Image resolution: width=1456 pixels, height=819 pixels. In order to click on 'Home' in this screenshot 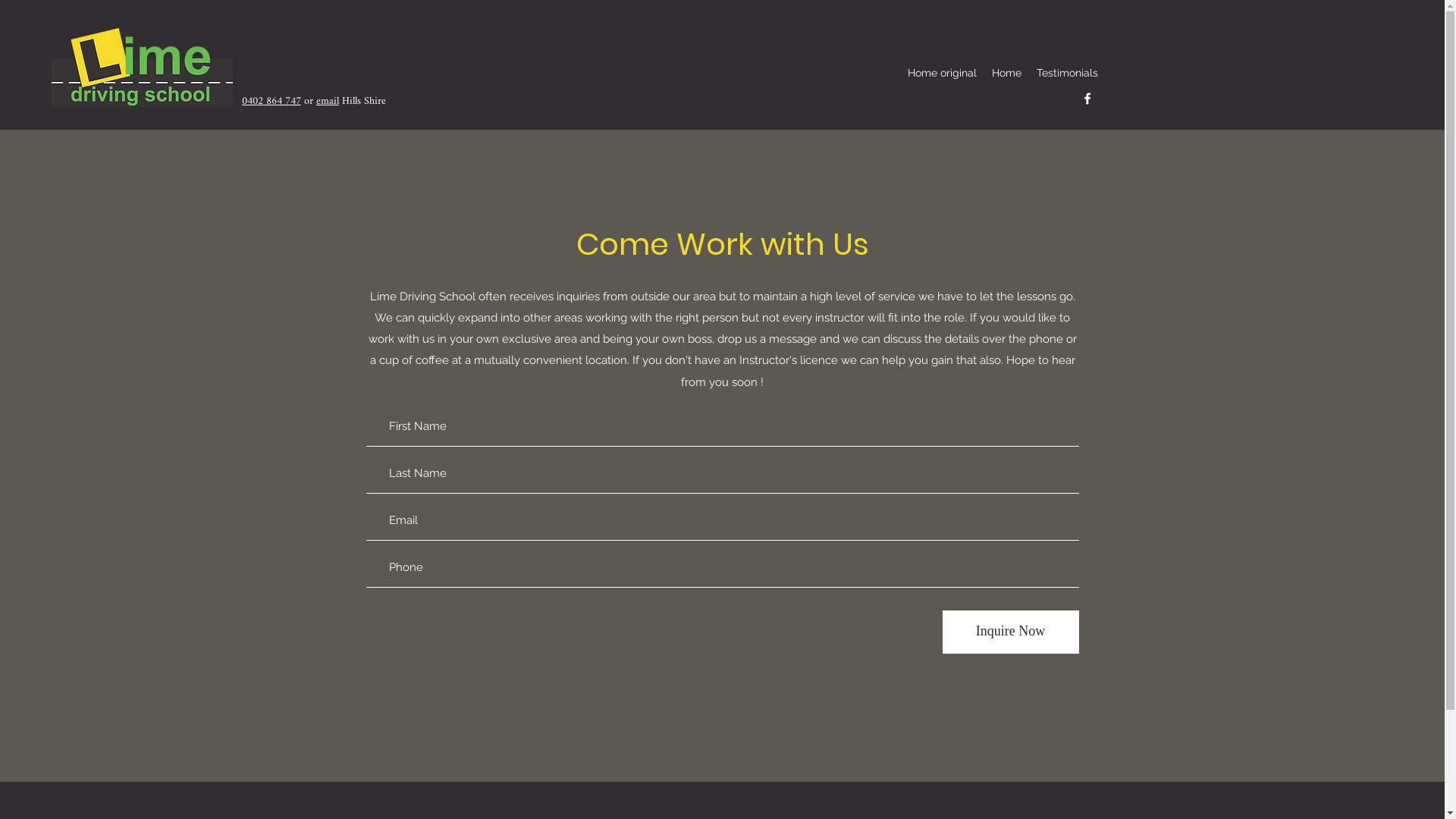, I will do `click(984, 73)`.